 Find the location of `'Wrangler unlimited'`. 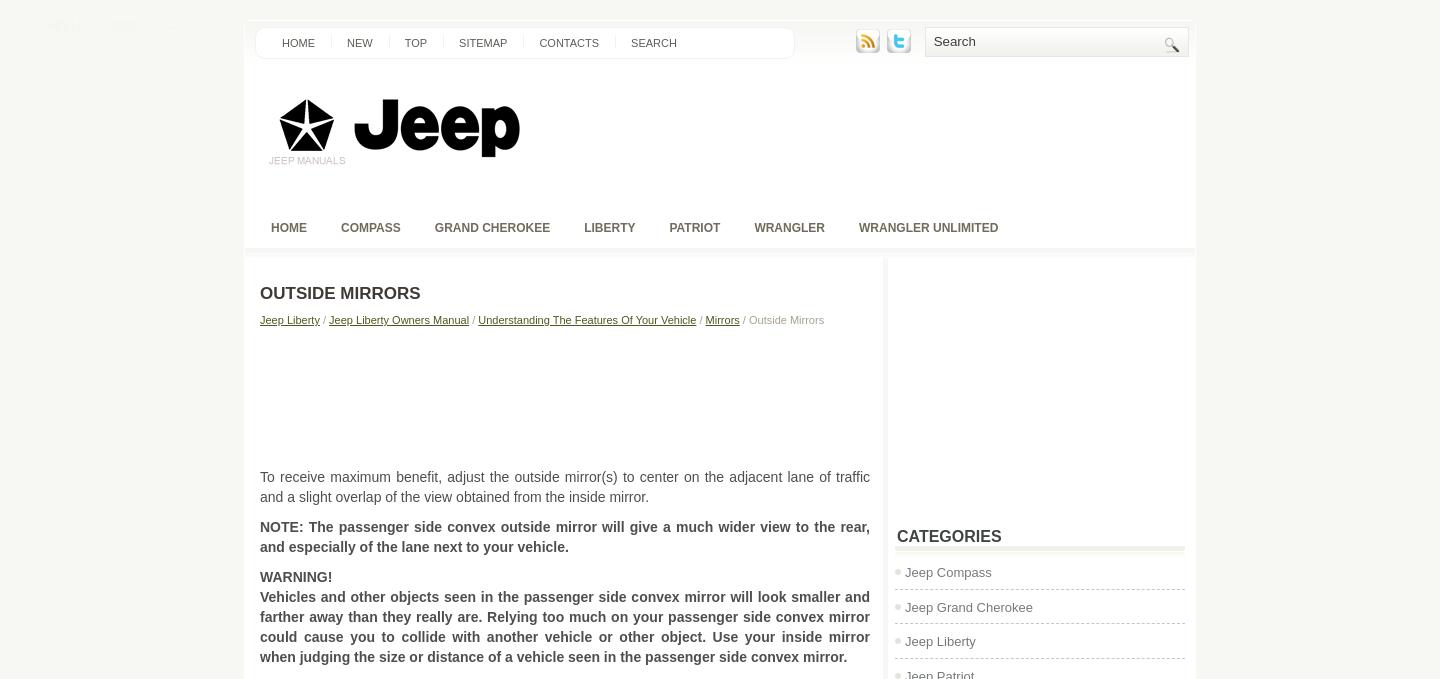

'Wrangler unlimited' is located at coordinates (928, 227).